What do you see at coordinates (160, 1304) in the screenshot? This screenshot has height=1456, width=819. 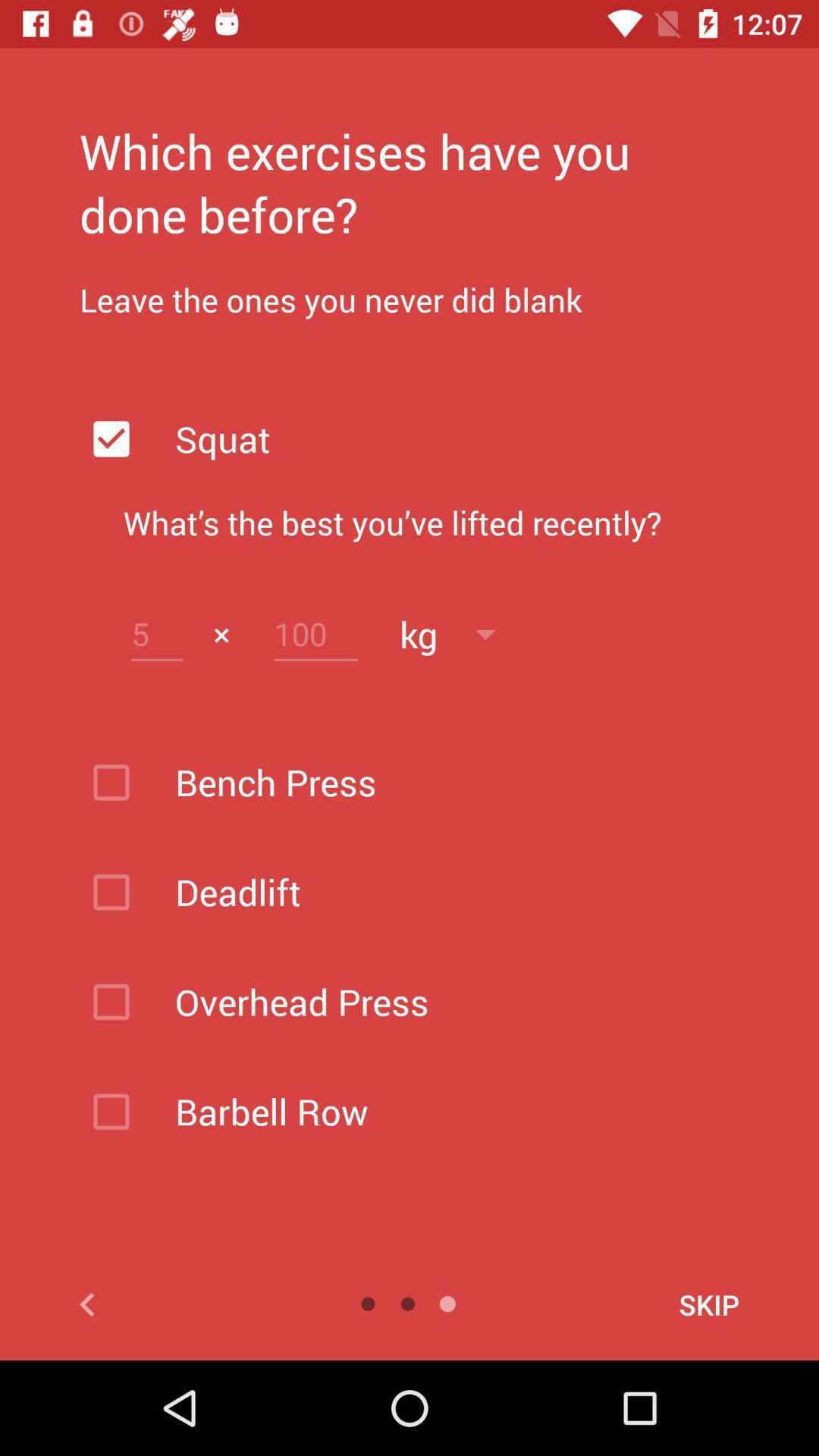 I see `go back` at bounding box center [160, 1304].